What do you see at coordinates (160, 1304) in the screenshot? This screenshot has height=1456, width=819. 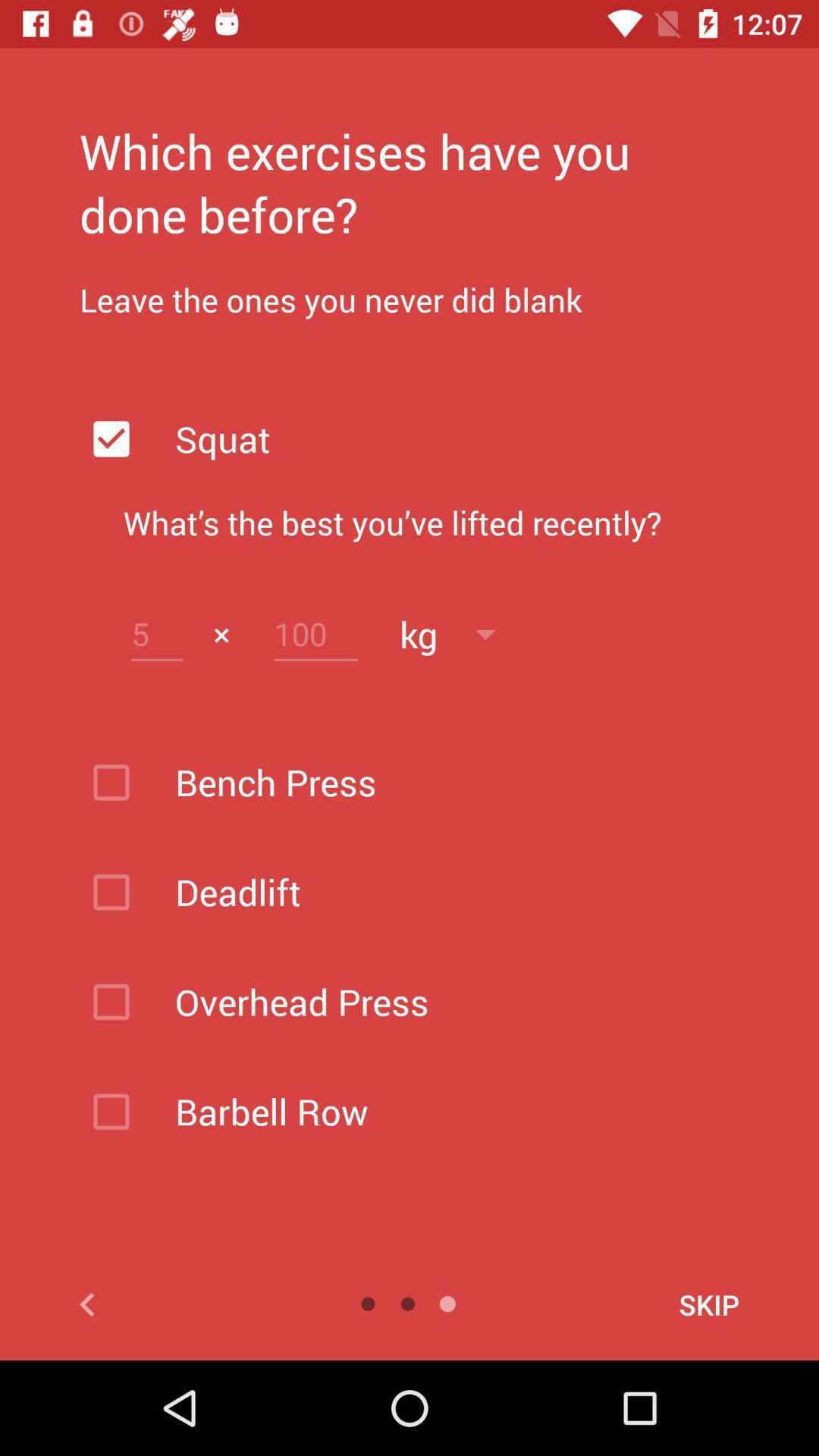 I see `go back` at bounding box center [160, 1304].